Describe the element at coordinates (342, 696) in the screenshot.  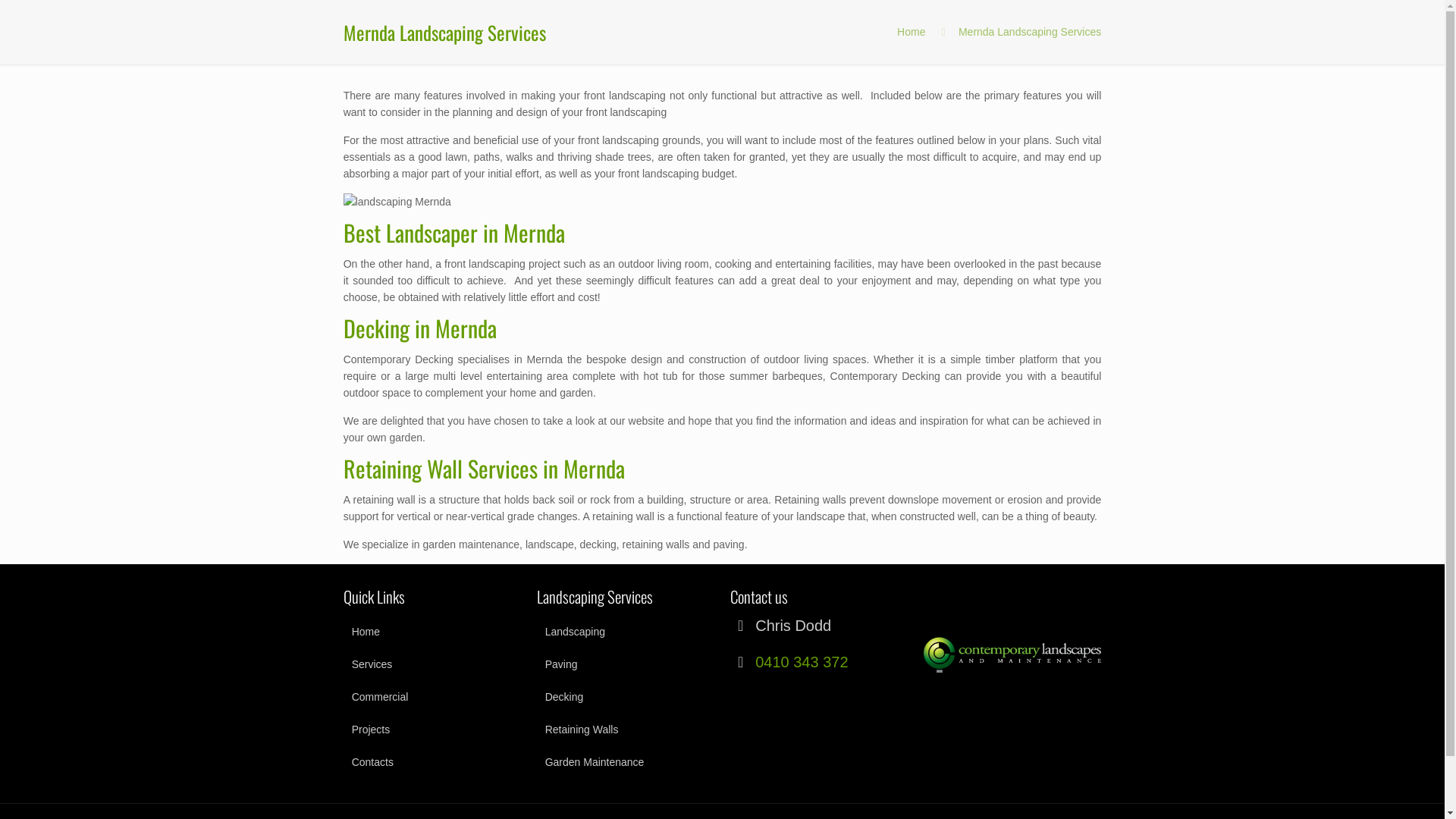
I see `'Commercial'` at that location.